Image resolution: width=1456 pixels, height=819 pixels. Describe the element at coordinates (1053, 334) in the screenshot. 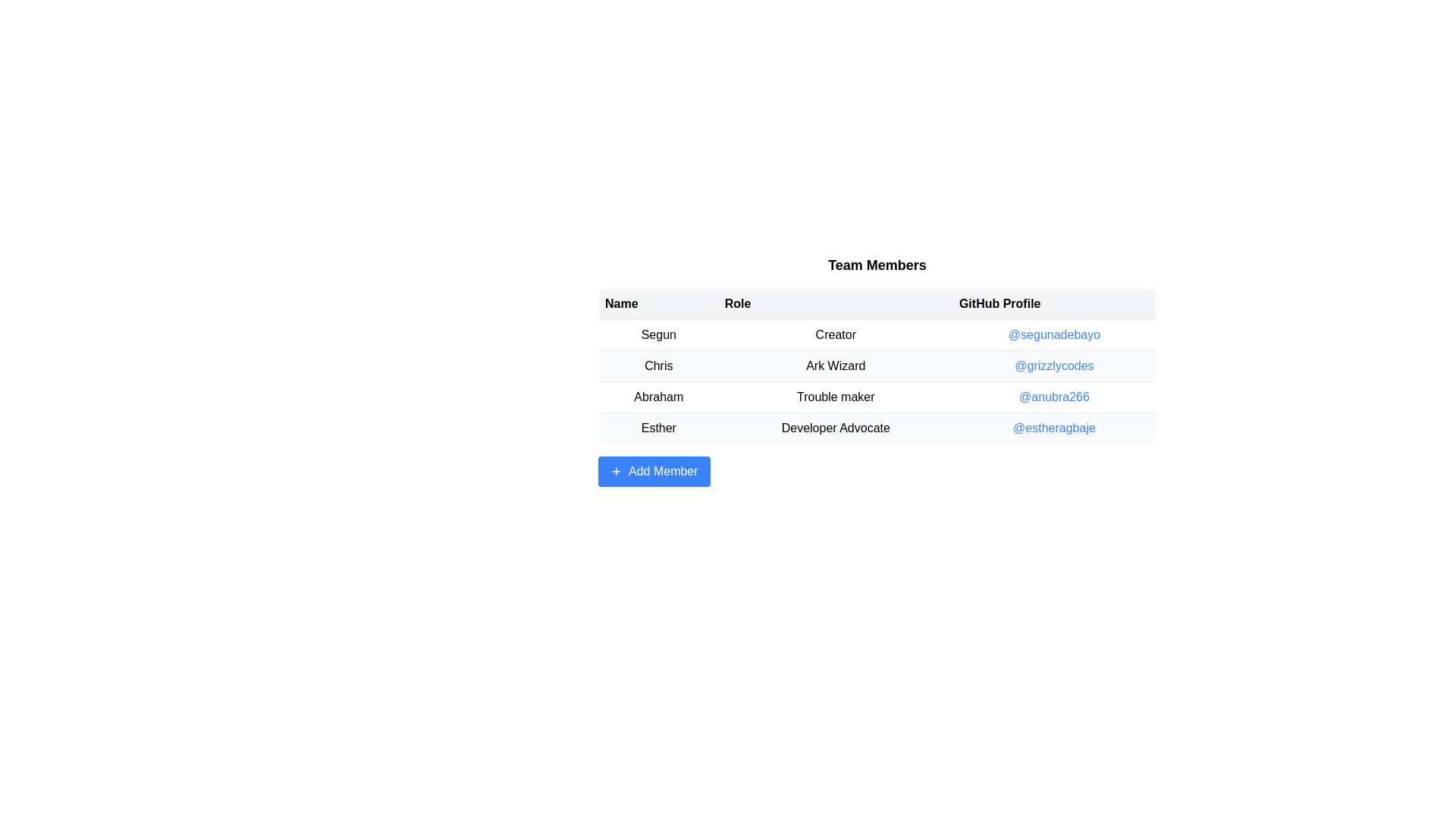

I see `the hyperlink in the 'GitHub Profile' column, first row of the 'Team Members' table` at that location.